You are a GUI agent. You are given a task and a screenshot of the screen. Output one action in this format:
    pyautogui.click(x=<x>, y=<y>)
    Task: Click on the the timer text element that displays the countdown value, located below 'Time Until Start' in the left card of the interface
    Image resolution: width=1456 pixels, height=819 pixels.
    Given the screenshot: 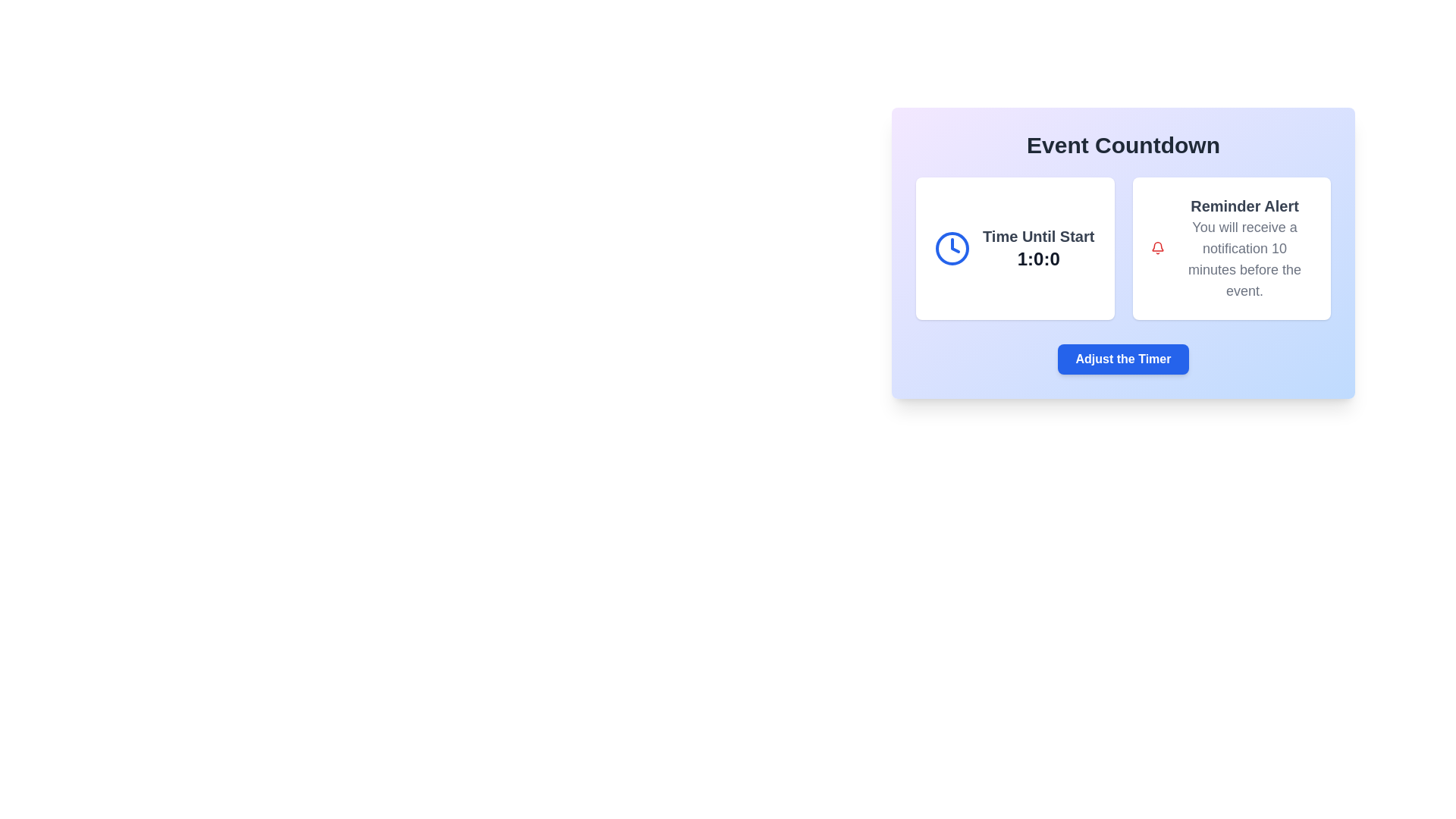 What is the action you would take?
    pyautogui.click(x=1037, y=259)
    